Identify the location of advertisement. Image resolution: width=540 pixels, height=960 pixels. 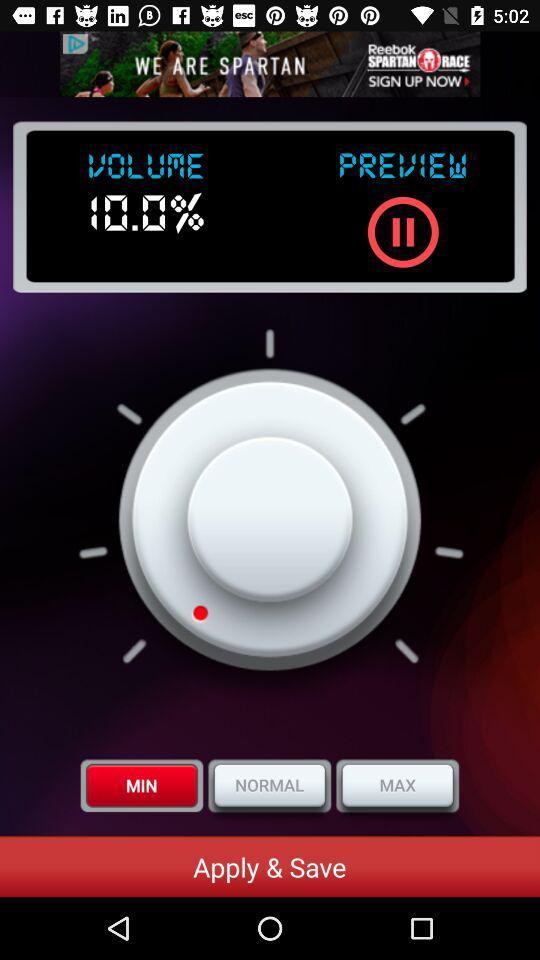
(270, 64).